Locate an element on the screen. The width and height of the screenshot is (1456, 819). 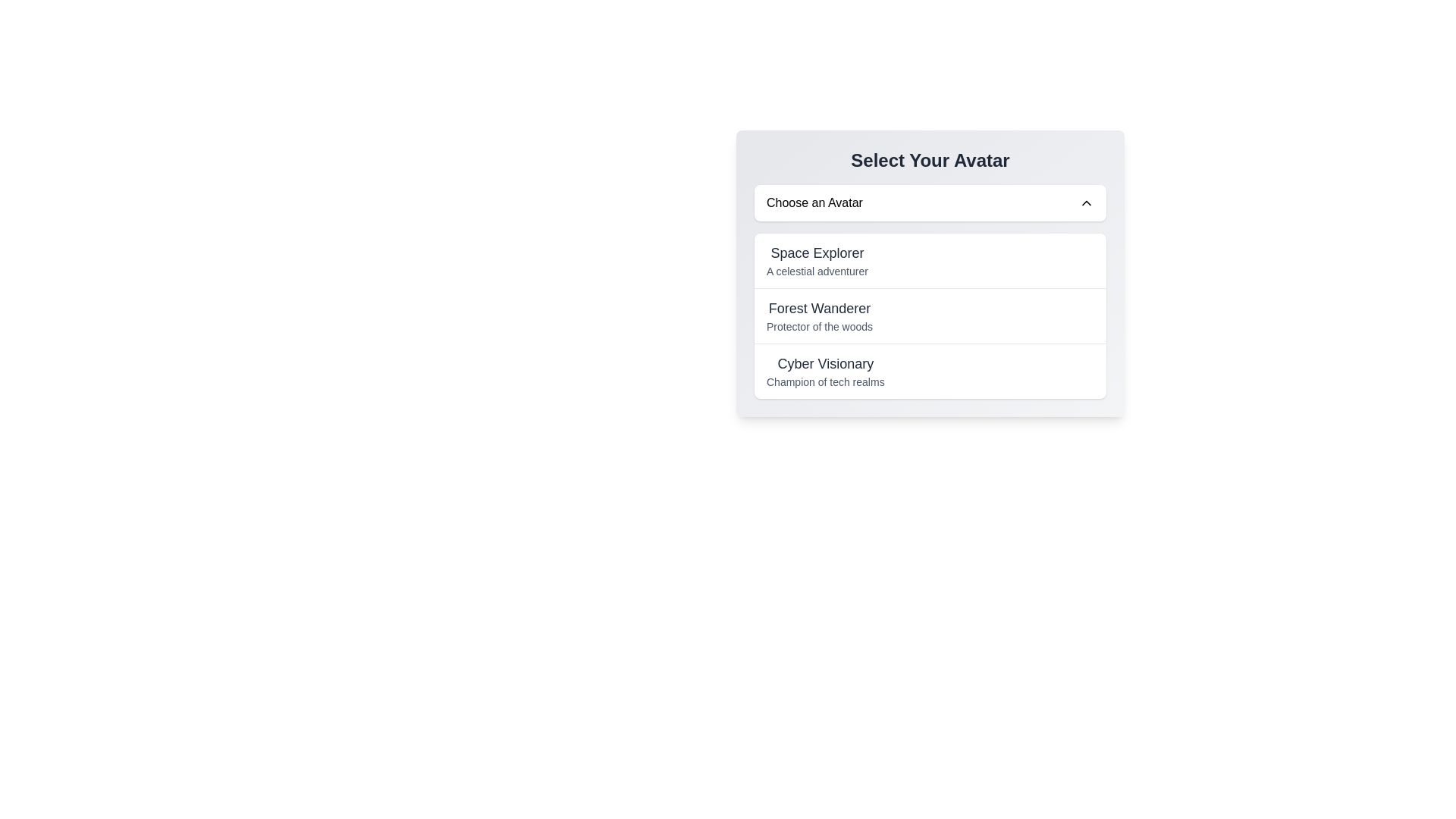
the third selectable item in the list that represents the 'Cyber Visionary' avatar is located at coordinates (930, 371).